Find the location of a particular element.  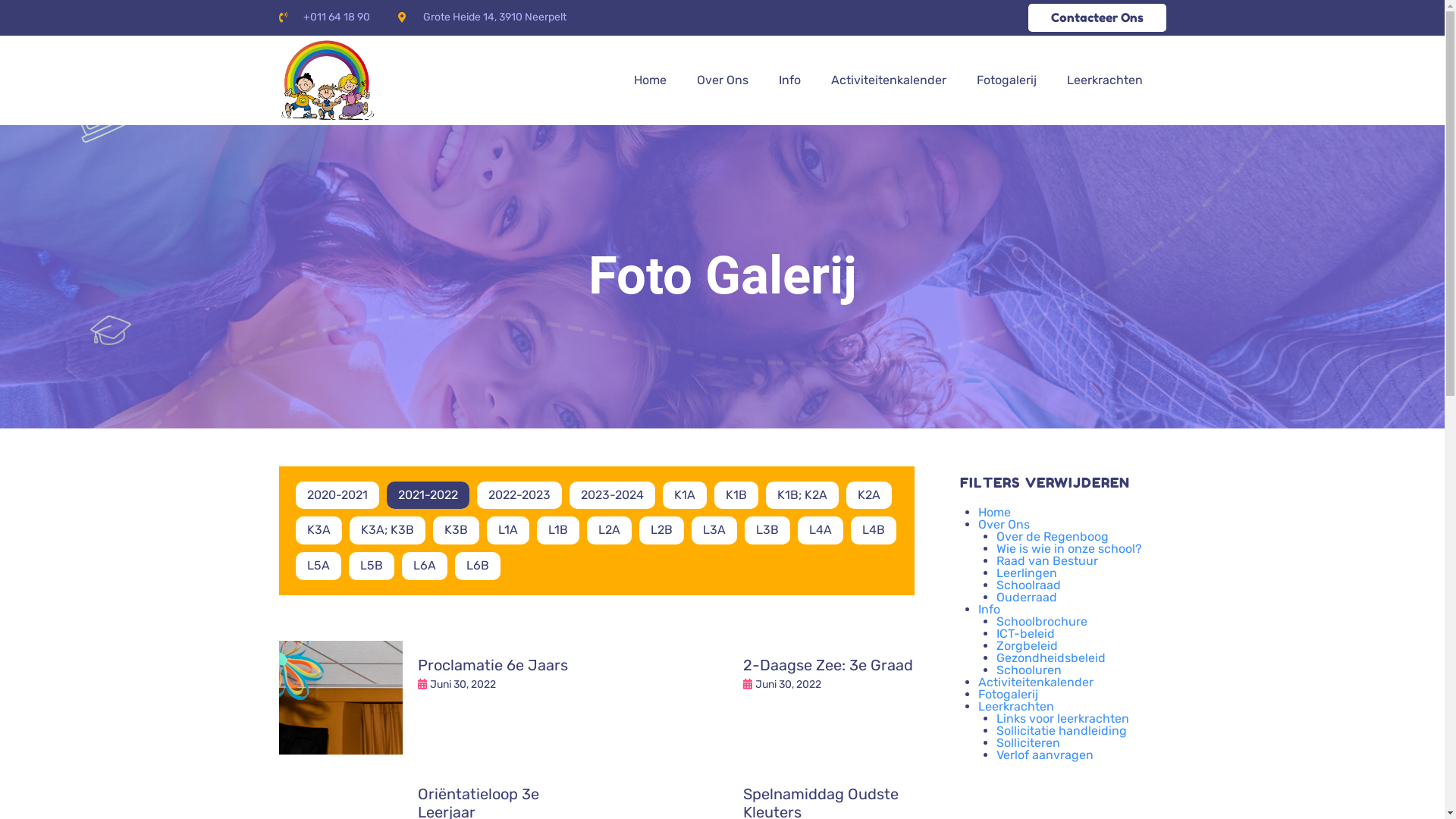

'Links voor leerkrachten' is located at coordinates (1062, 717).